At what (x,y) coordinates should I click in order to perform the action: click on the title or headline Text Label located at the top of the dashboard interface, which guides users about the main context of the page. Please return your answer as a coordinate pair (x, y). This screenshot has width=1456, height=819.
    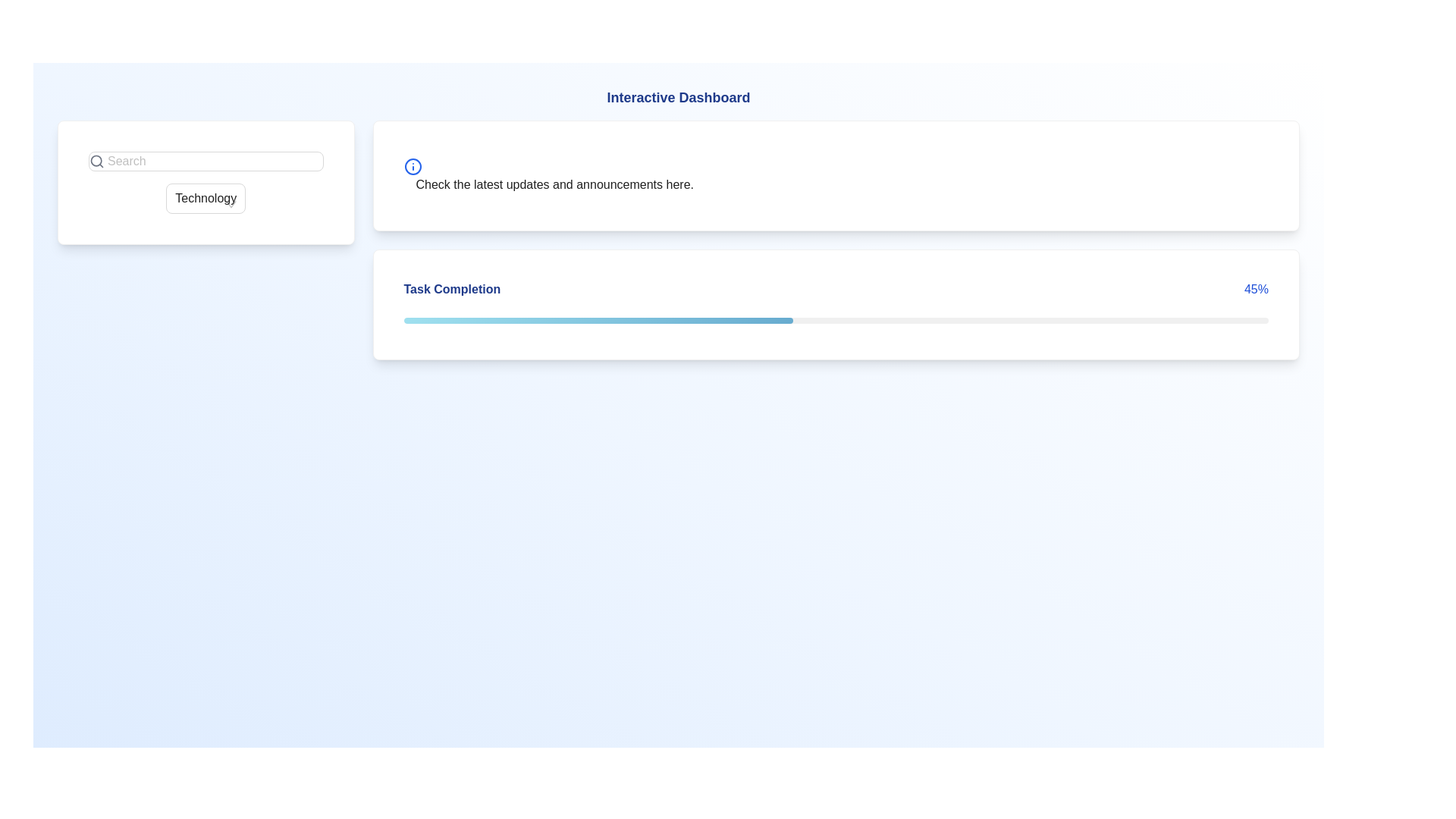
    Looking at the image, I should click on (677, 97).